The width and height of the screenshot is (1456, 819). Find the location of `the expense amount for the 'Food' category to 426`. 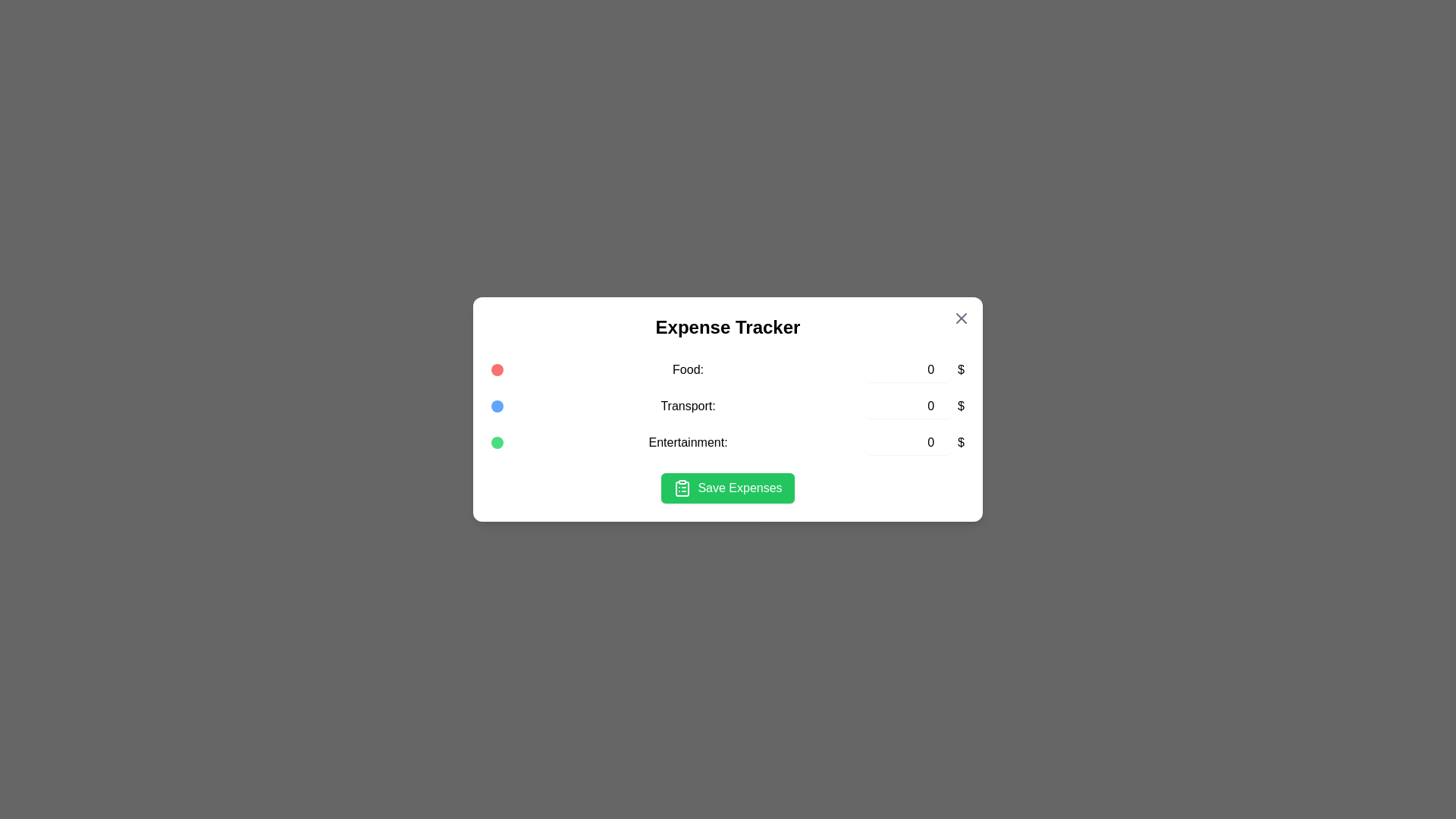

the expense amount for the 'Food' category to 426 is located at coordinates (909, 370).